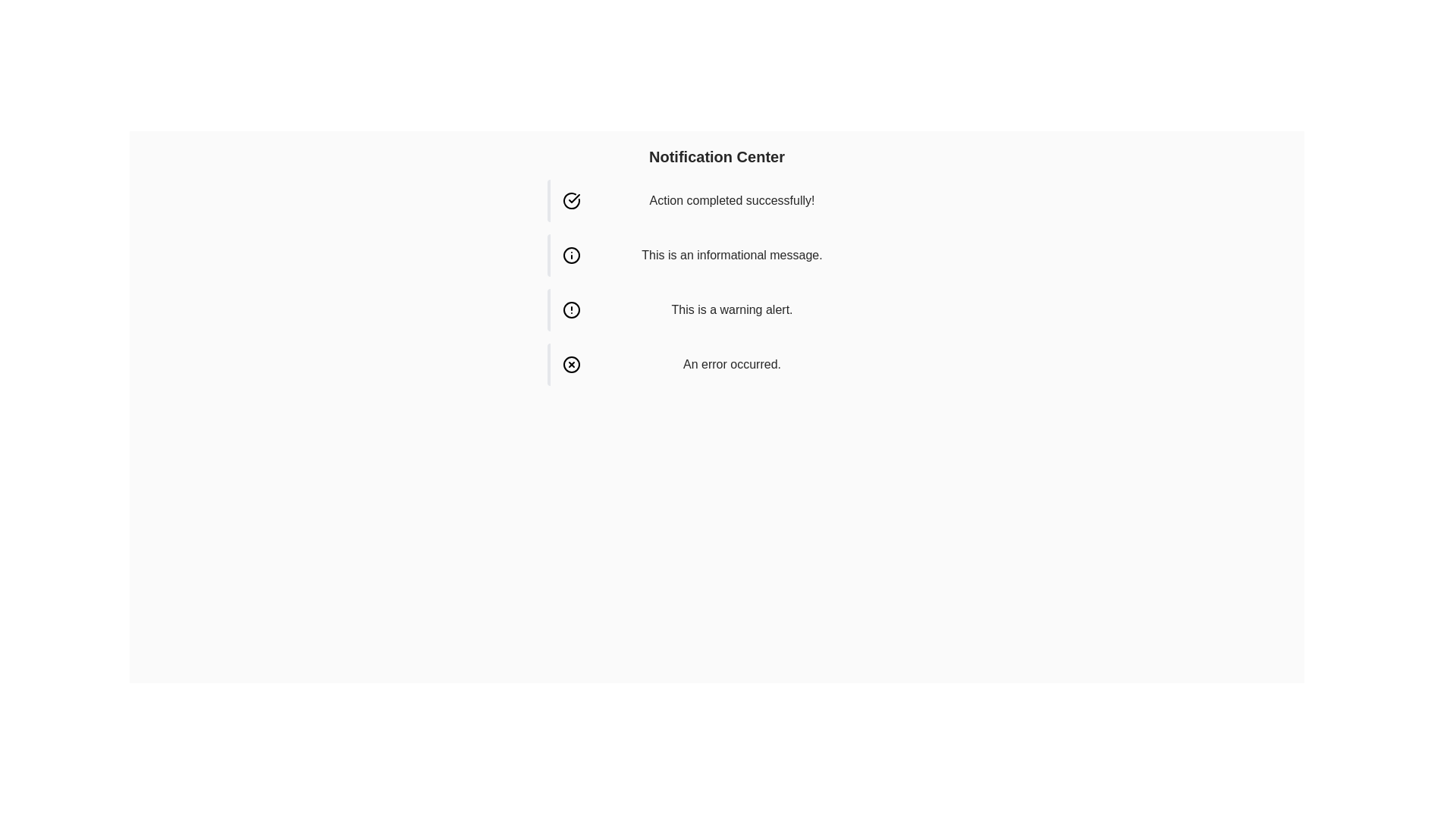 This screenshot has height=819, width=1456. What do you see at coordinates (716, 365) in the screenshot?
I see `the error notification message that has a red left border and a light red background, displaying the text 'An error occurred.'` at bounding box center [716, 365].